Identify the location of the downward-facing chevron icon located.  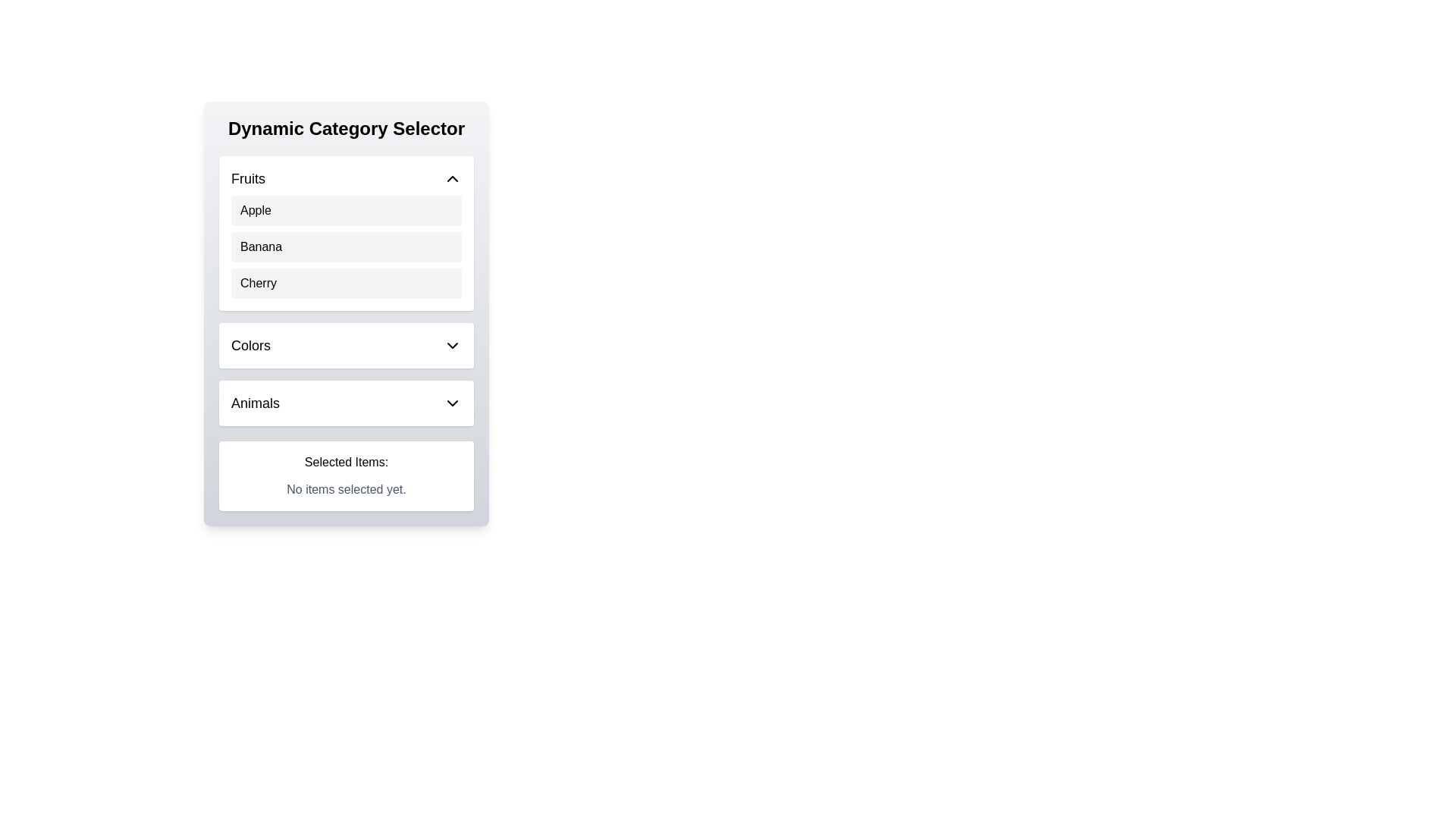
(451, 345).